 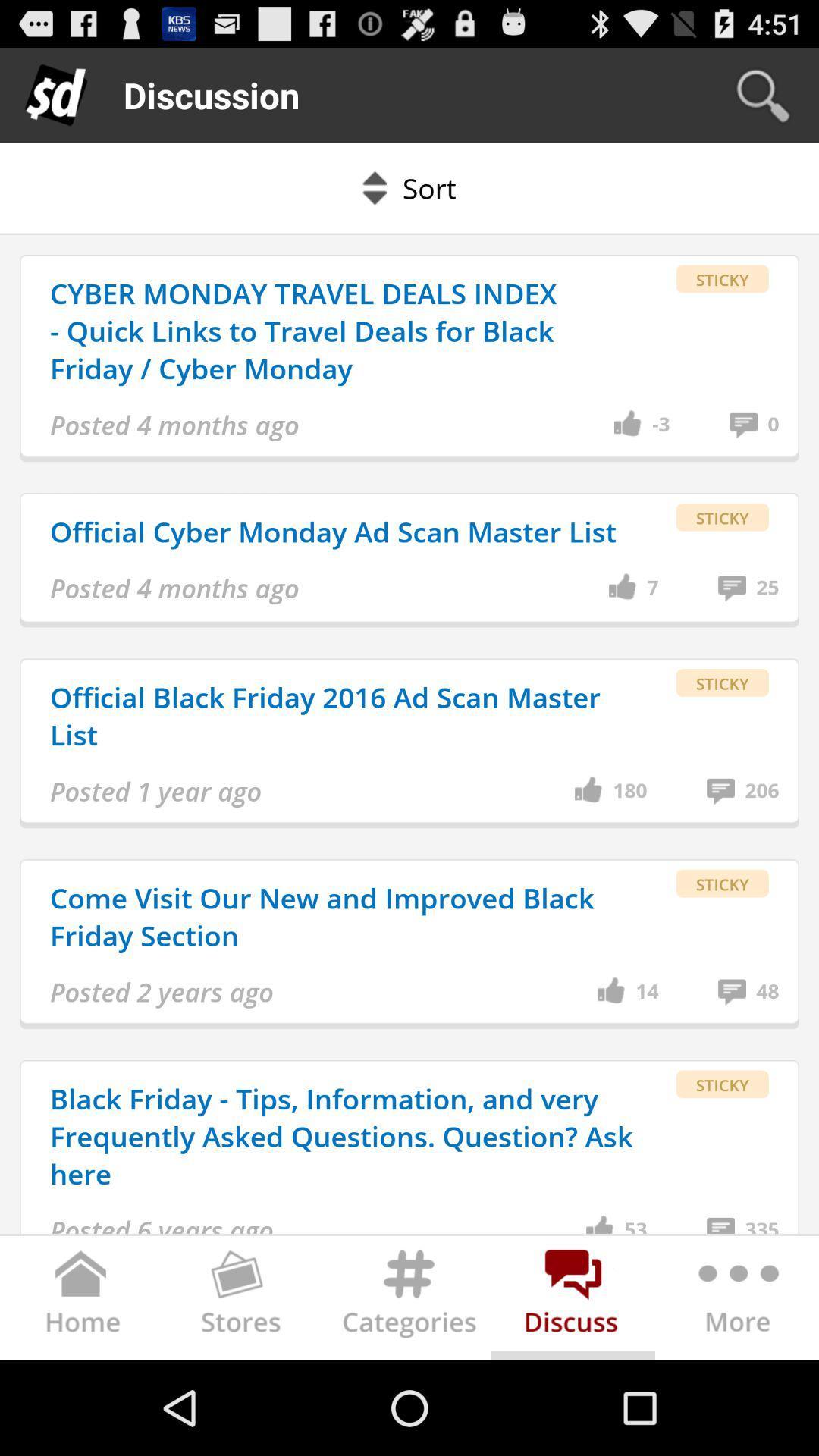 What do you see at coordinates (573, 1301) in the screenshot?
I see `this enable the discuss options for chat` at bounding box center [573, 1301].